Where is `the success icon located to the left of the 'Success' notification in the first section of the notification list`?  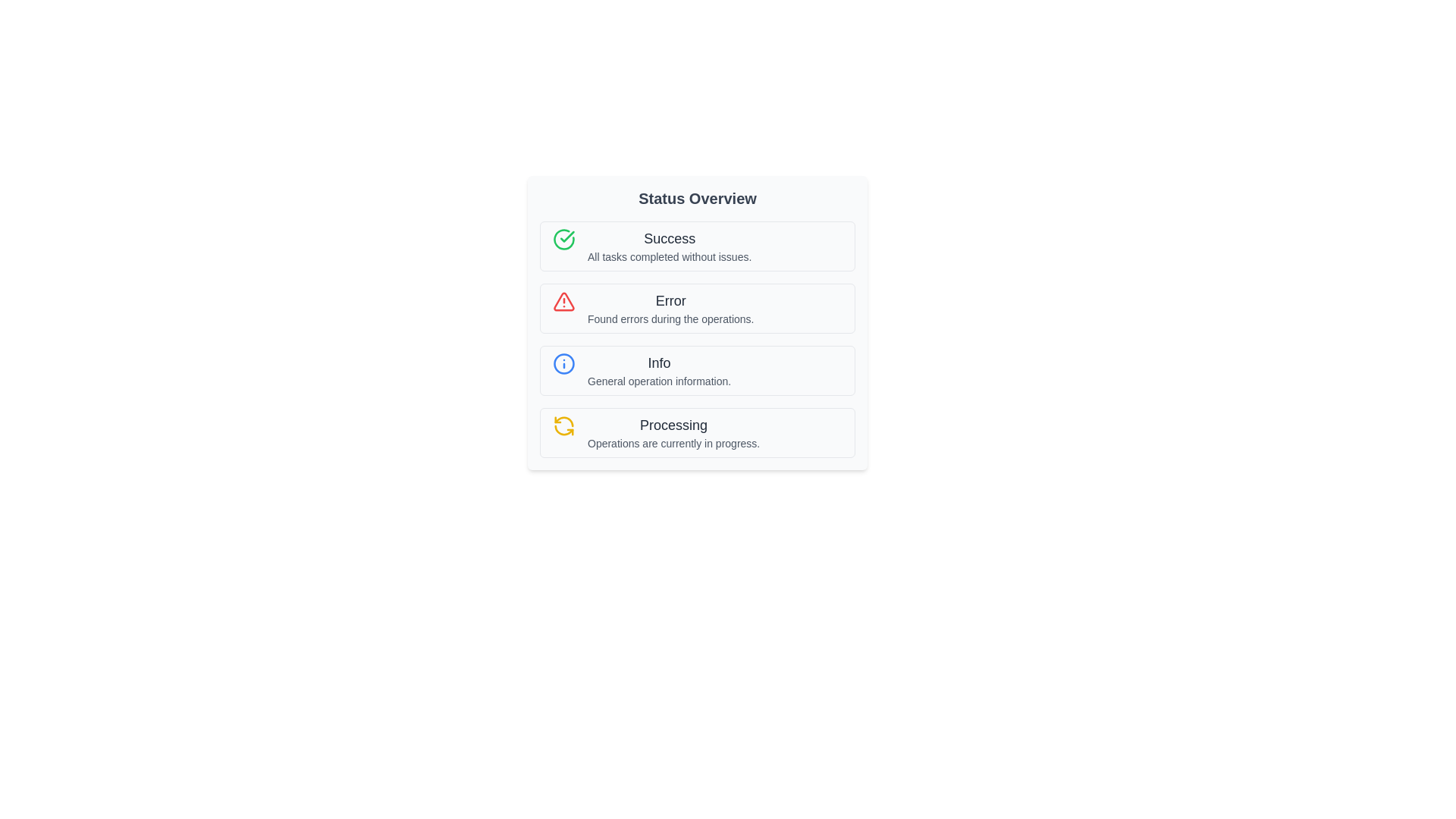
the success icon located to the left of the 'Success' notification in the first section of the notification list is located at coordinates (563, 239).